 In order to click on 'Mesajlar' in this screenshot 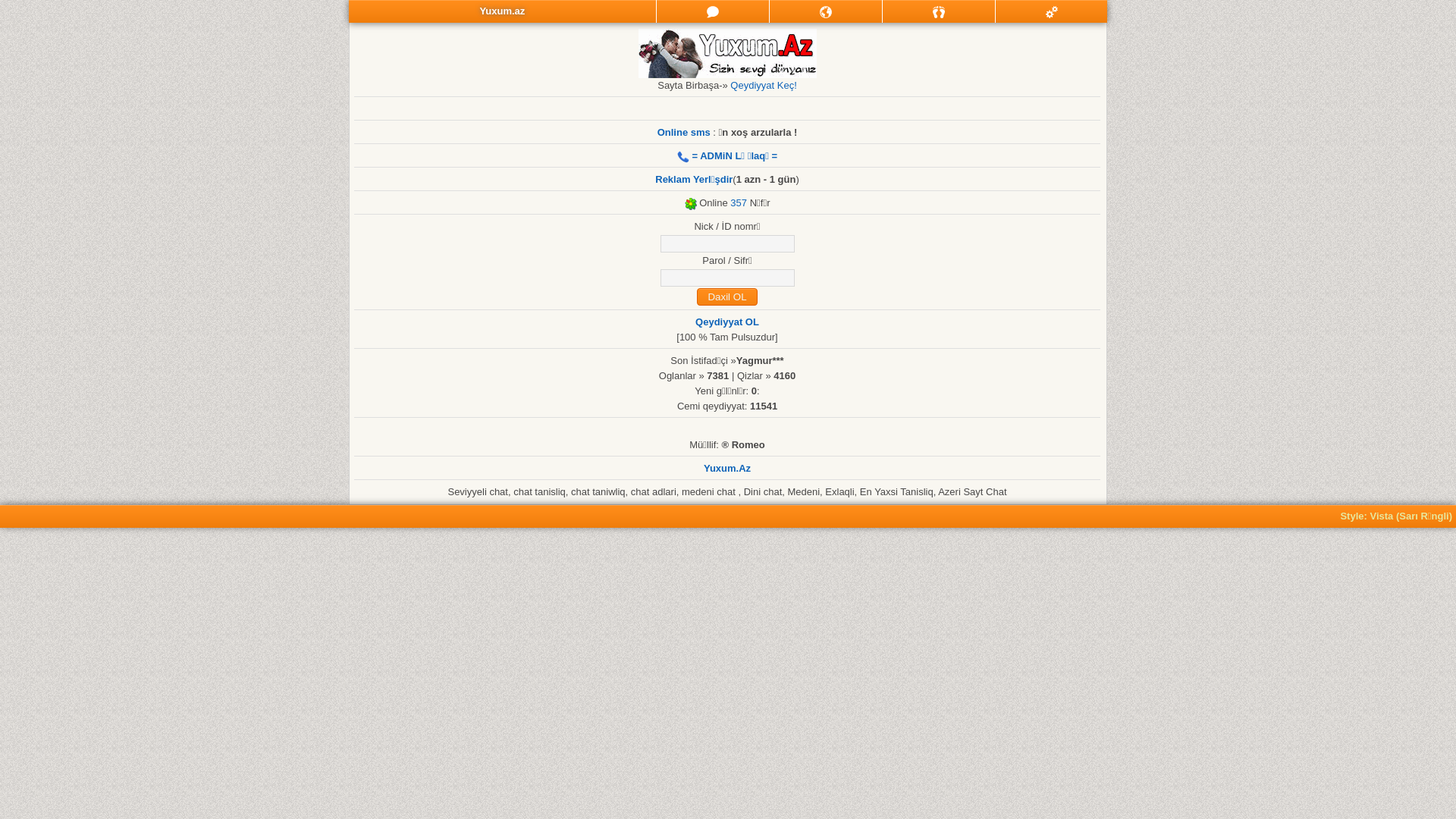, I will do `click(712, 11)`.